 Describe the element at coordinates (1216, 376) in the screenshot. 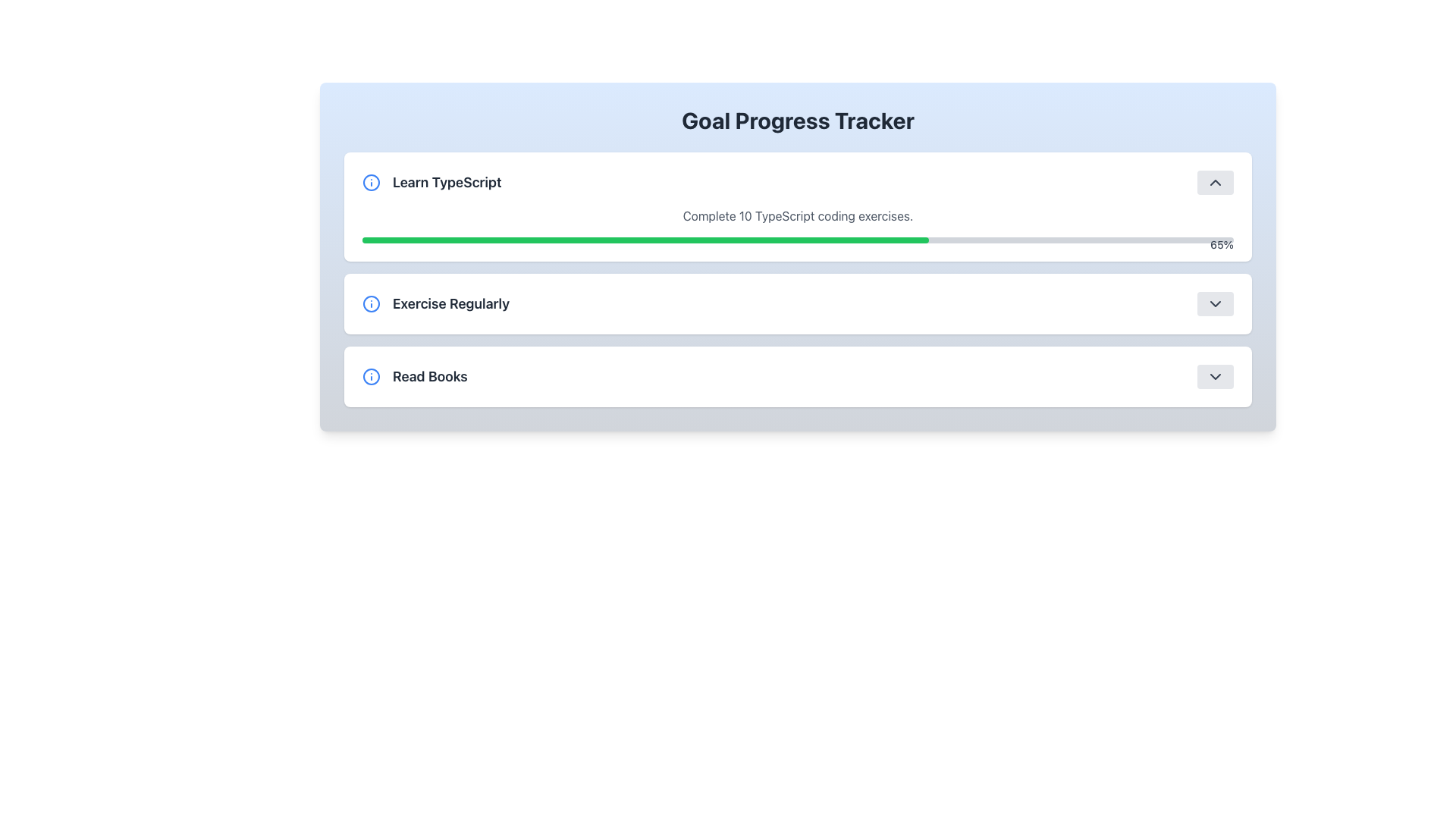

I see `the gray rectangular button with a rounded design and a downward-pointing chevron icon at its center` at that location.